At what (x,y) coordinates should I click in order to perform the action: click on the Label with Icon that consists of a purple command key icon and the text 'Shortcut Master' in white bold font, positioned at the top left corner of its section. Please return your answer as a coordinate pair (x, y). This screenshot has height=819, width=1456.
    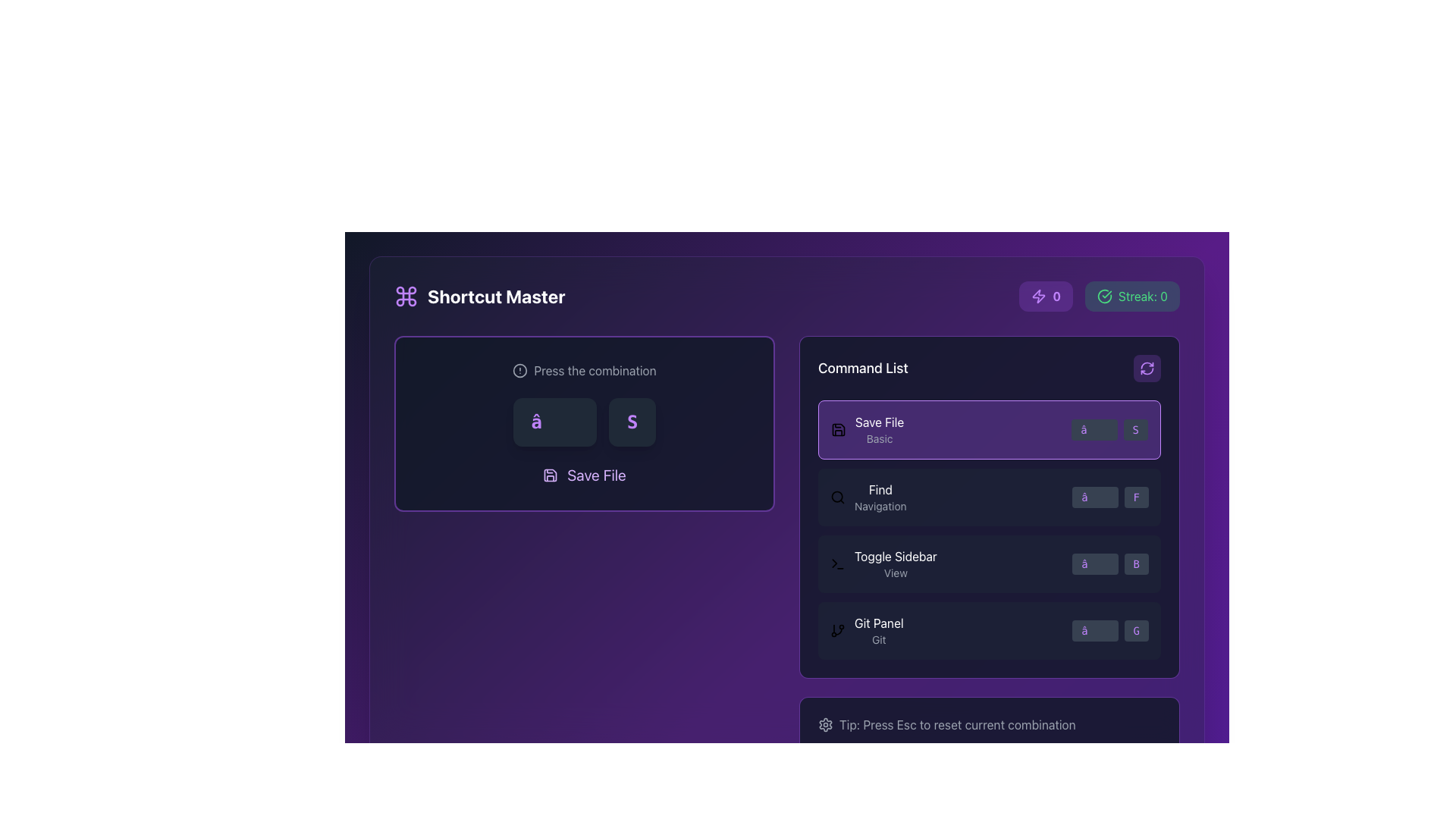
    Looking at the image, I should click on (479, 296).